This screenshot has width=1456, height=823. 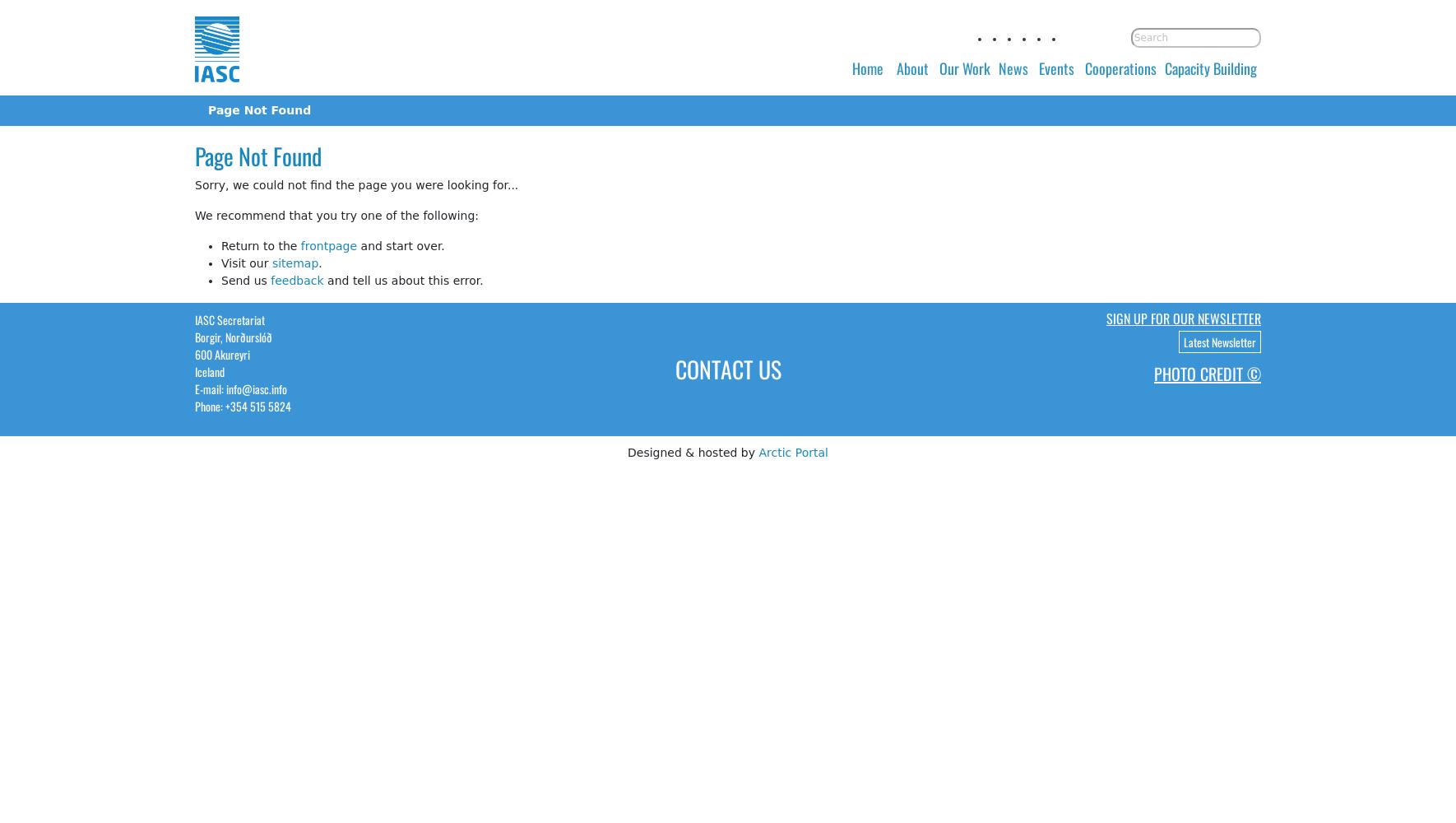 What do you see at coordinates (221, 245) in the screenshot?
I see `'Return to the'` at bounding box center [221, 245].